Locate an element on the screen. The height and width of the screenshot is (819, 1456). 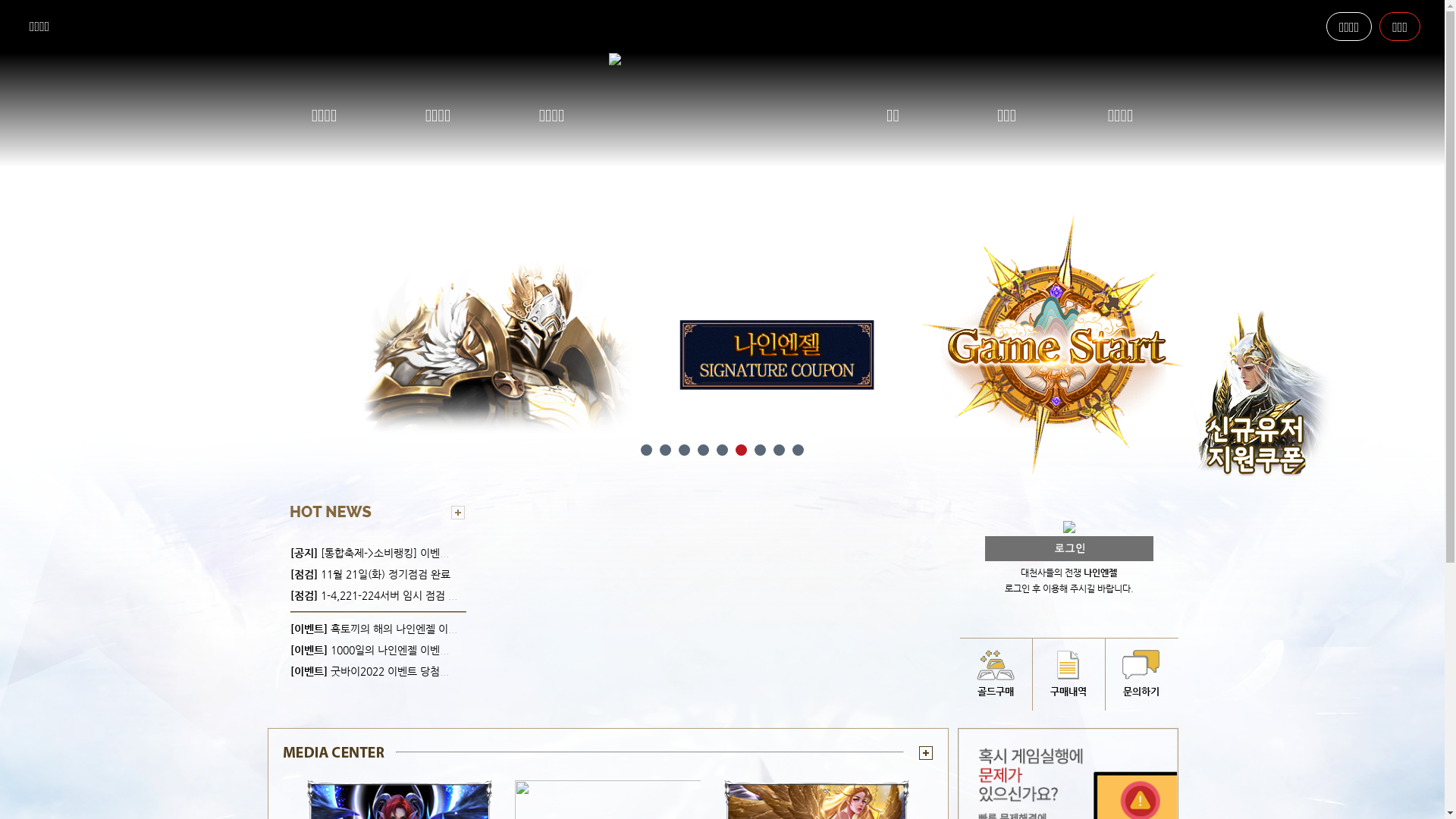
'4' is located at coordinates (697, 449).